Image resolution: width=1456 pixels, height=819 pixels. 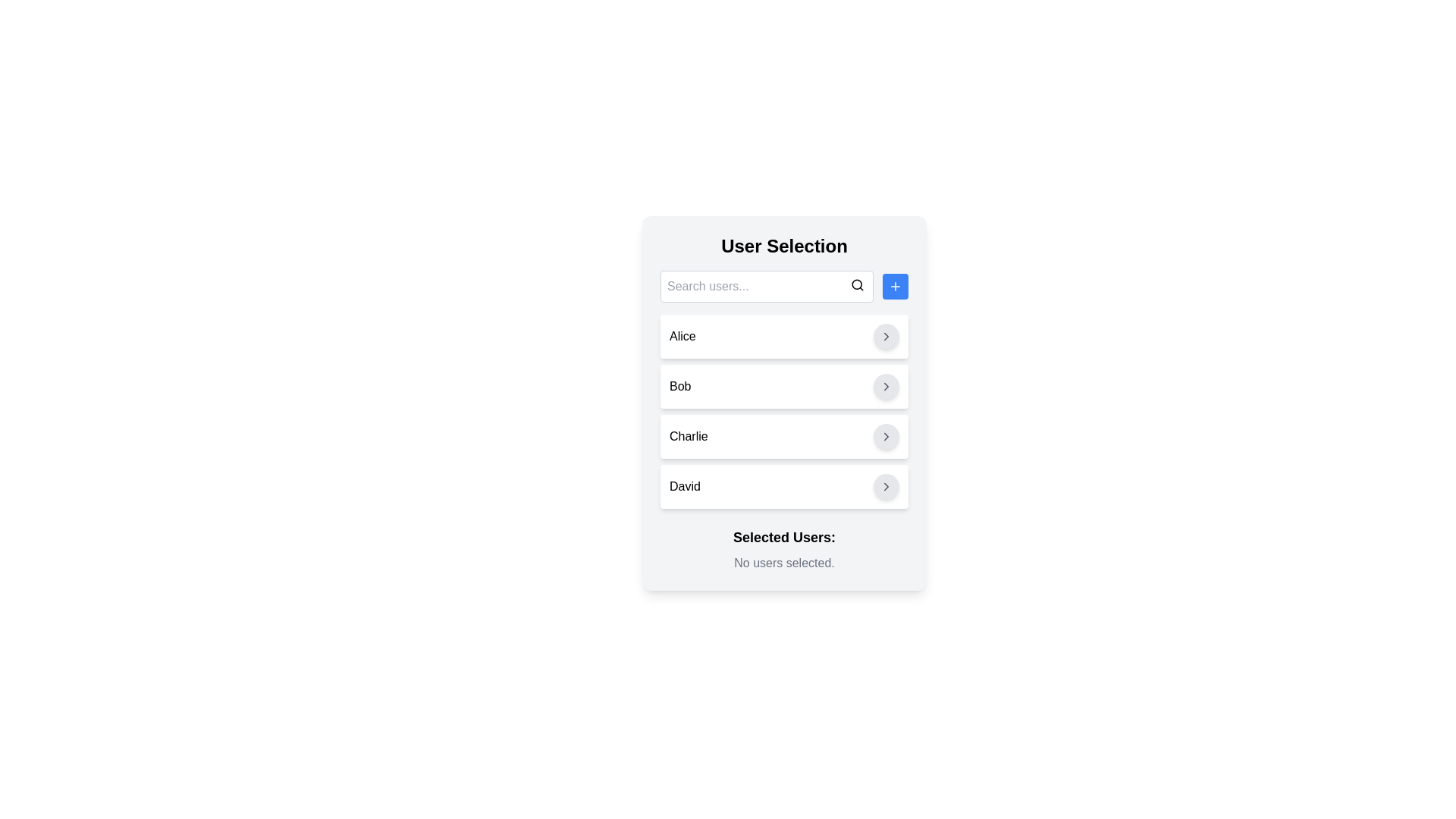 I want to click on the circular button with a light gray background and a right-facing chevron icon located in the bottom-right corner of the 'Bob' selection card, so click(x=886, y=385).